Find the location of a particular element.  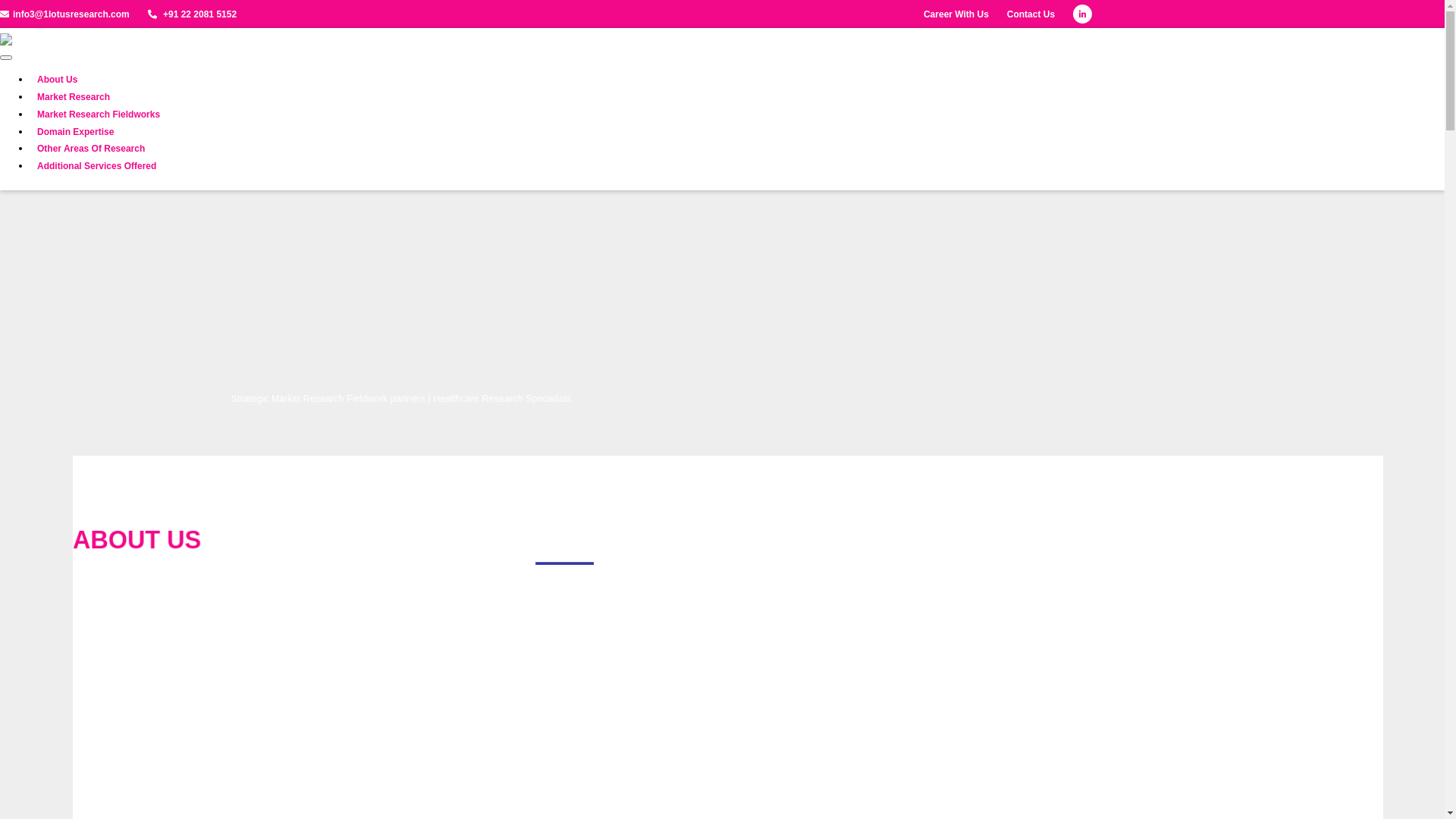

'Market Research' is located at coordinates (72, 97).